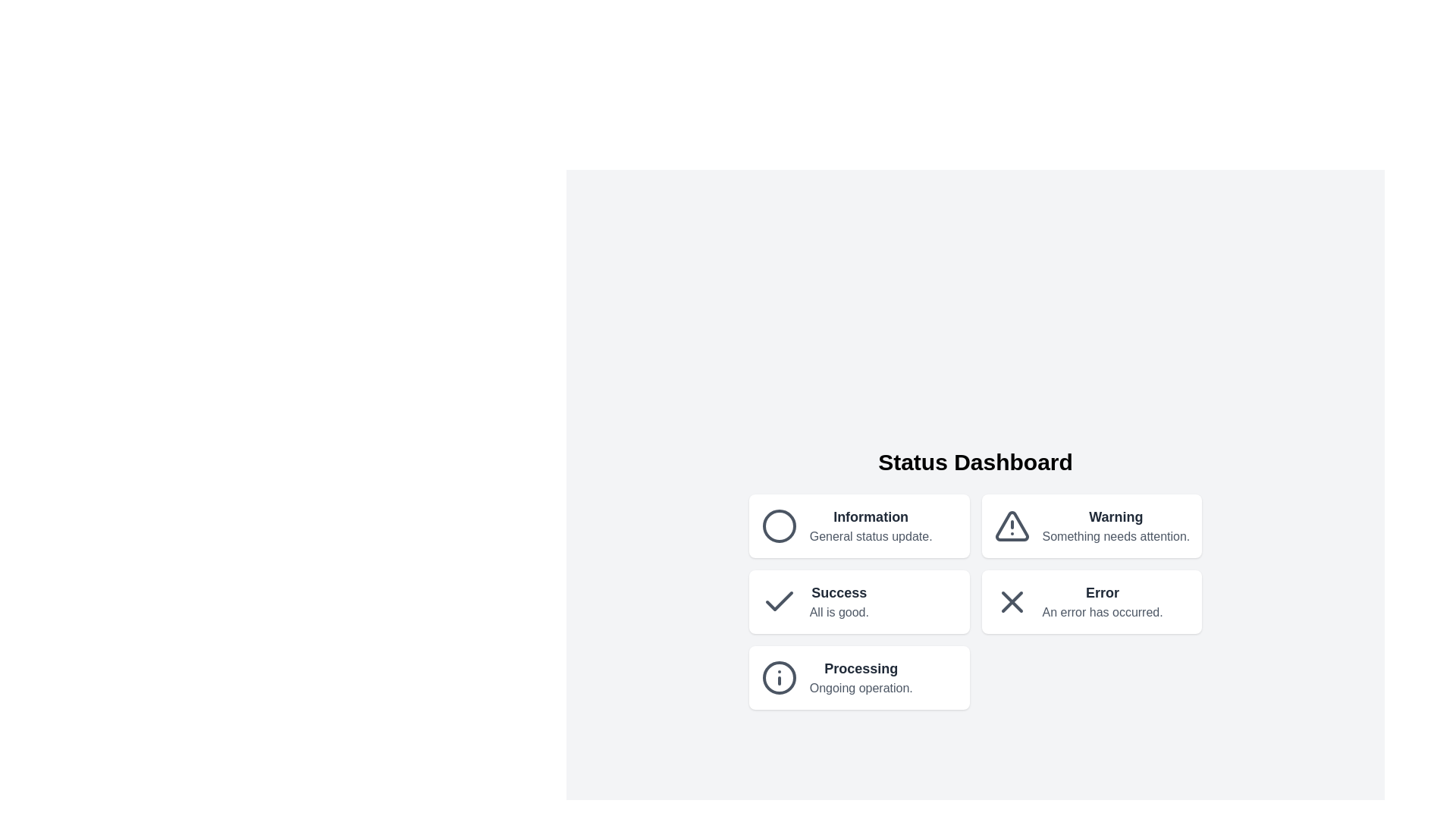  Describe the element at coordinates (838, 601) in the screenshot. I see `the text label that indicates a successful operation, located in the second row, first column of the grid layout` at that location.